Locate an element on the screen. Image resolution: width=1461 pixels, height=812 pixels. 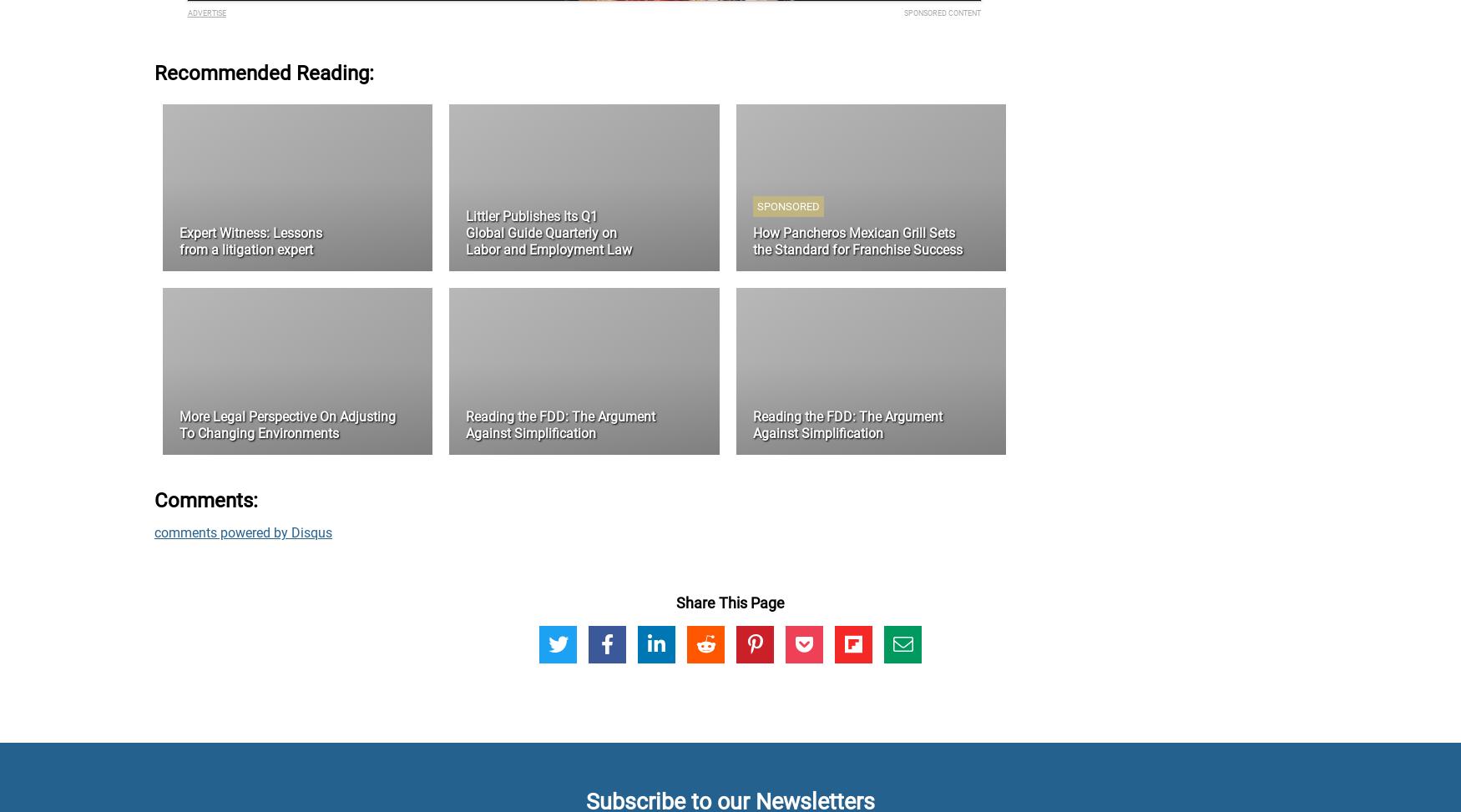
'More Legal Perspective On Adjusting To Changing Environments' is located at coordinates (287, 424).